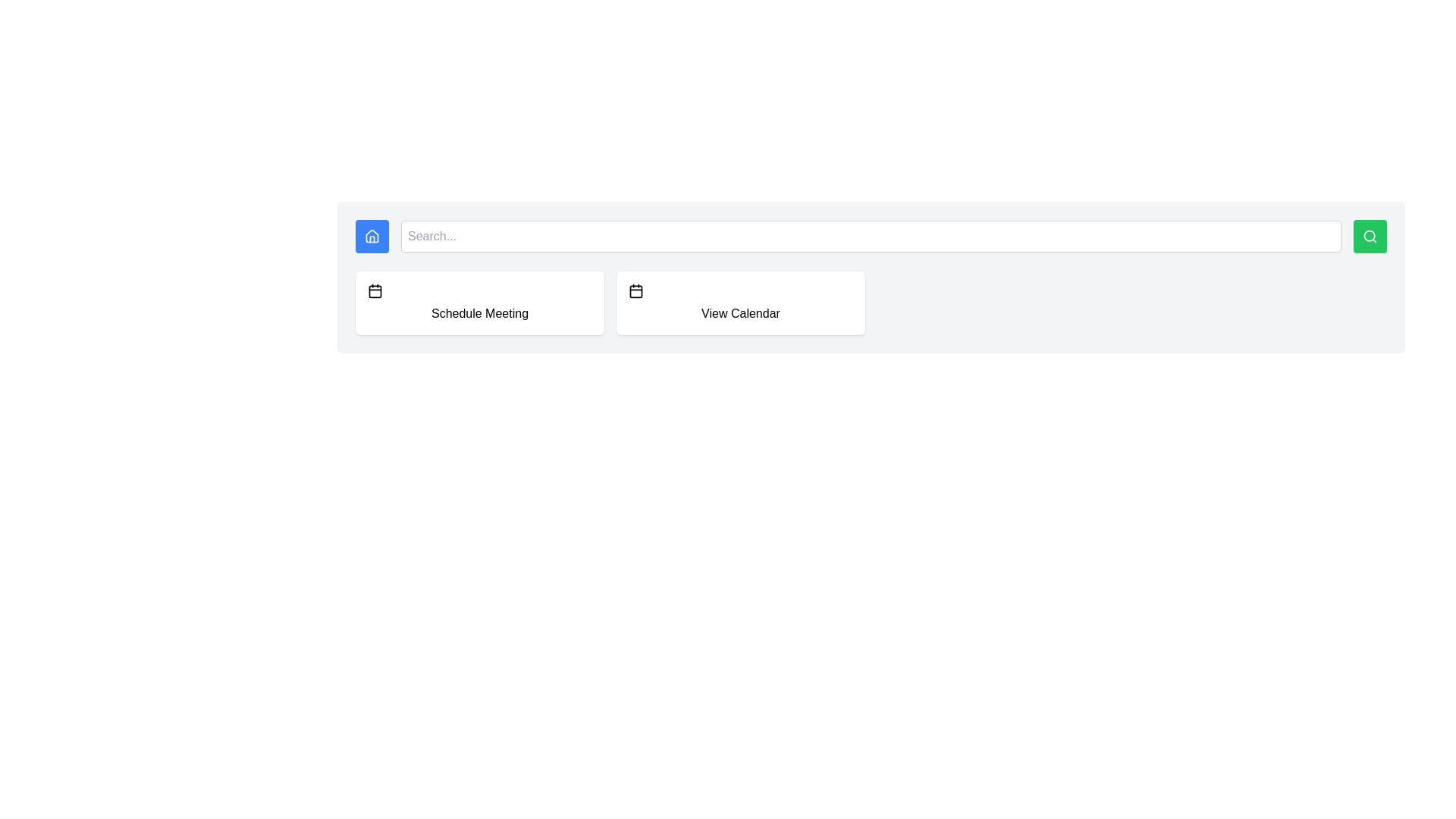  I want to click on the decorative circular portion of the magnifying glass in the search icon located in the top-right corner of the header, so click(1370, 236).